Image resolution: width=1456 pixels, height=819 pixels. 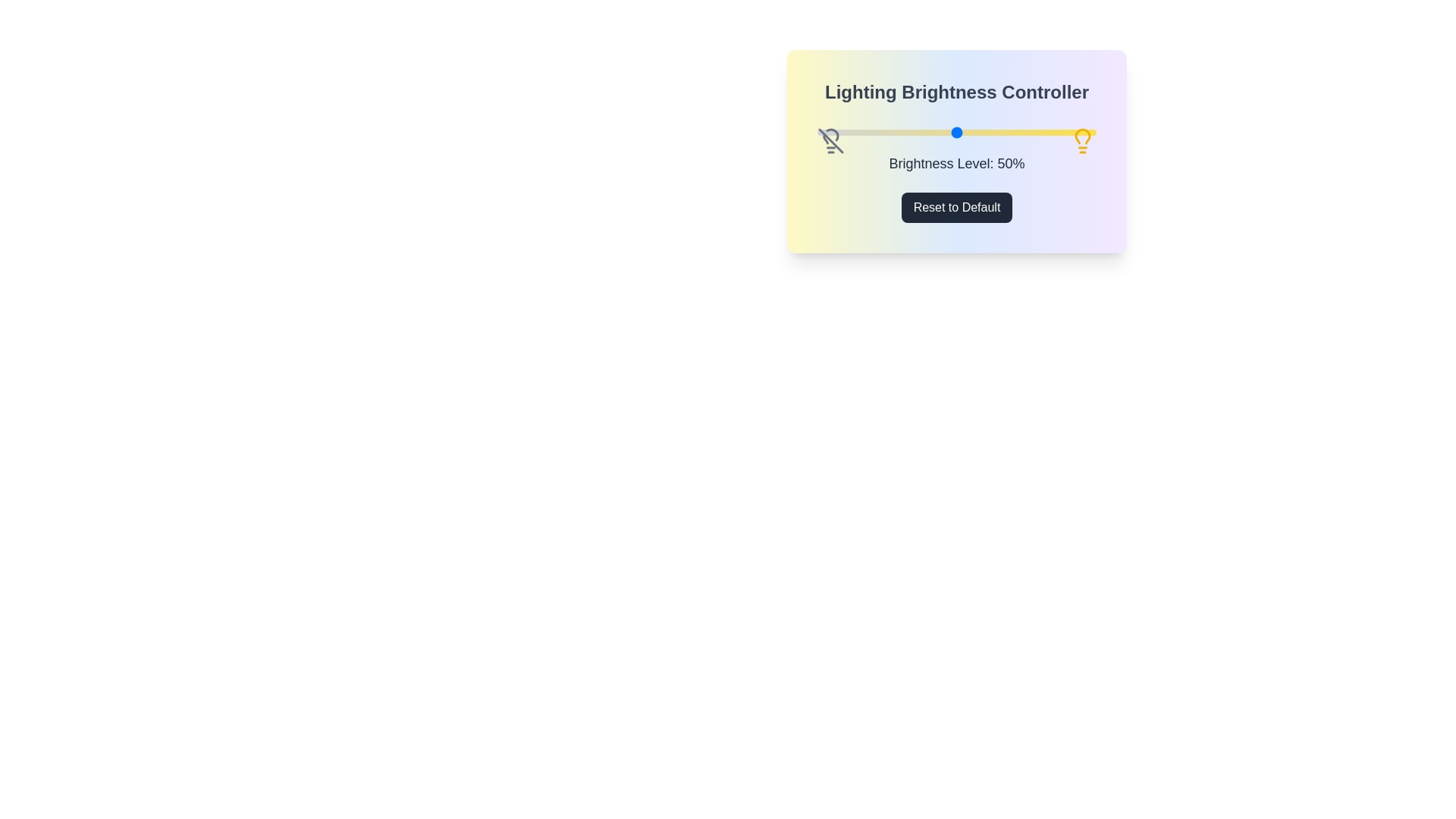 I want to click on the left lightbulb icon to toggle its state, so click(x=830, y=140).